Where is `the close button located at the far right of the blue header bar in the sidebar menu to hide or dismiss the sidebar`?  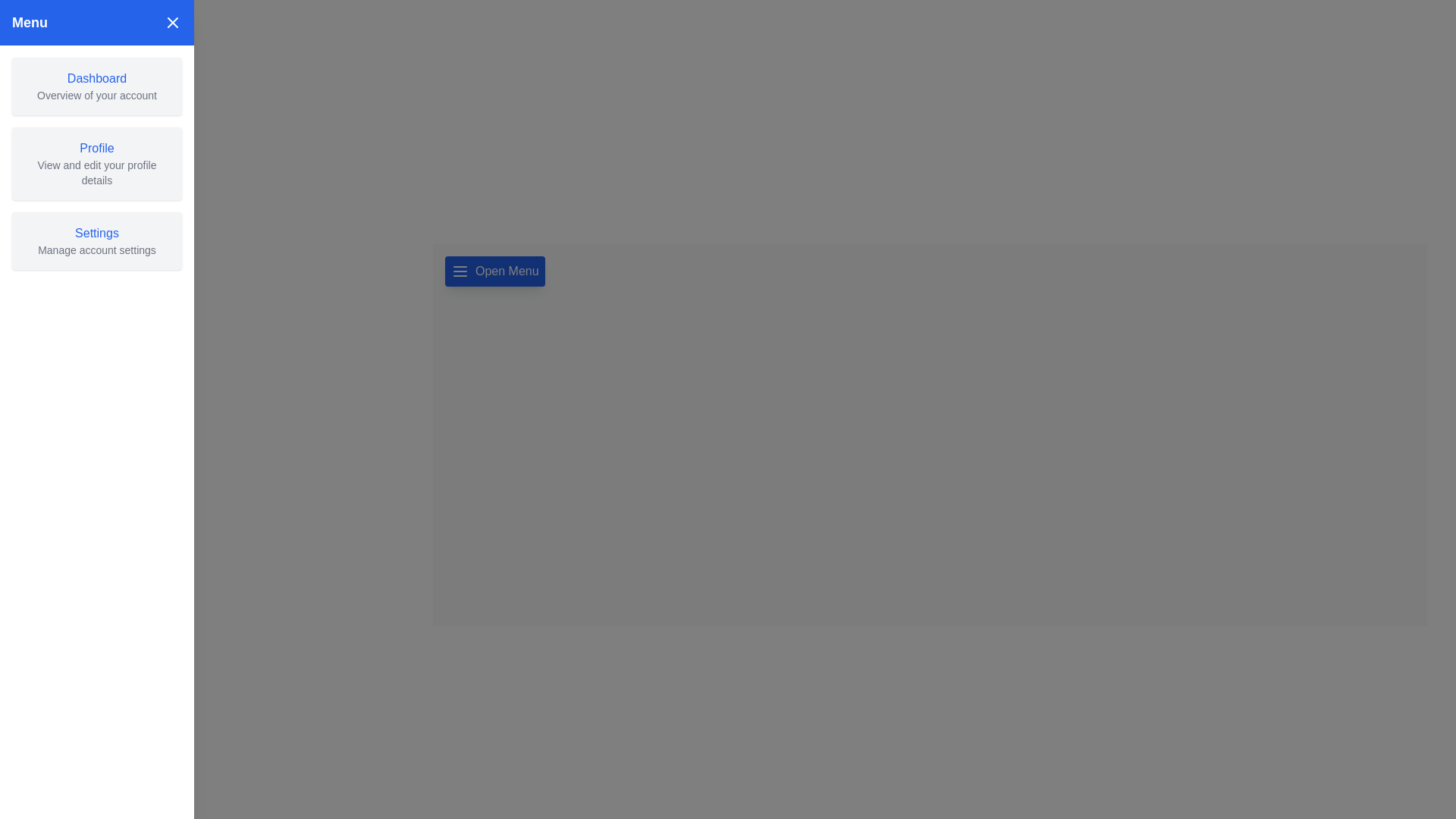 the close button located at the far right of the blue header bar in the sidebar menu to hide or dismiss the sidebar is located at coordinates (172, 23).